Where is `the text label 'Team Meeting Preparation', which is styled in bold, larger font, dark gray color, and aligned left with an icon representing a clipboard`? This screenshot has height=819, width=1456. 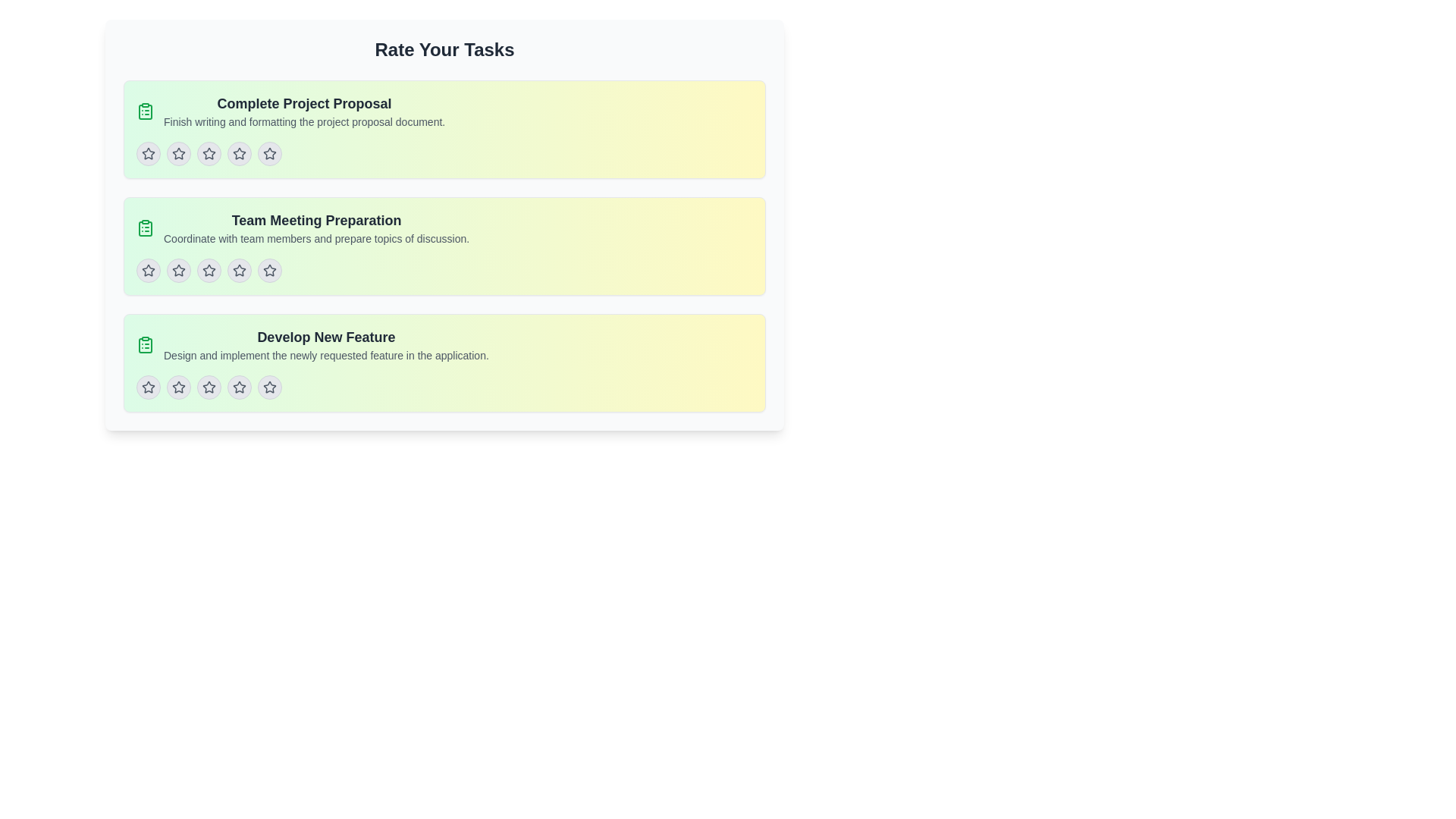 the text label 'Team Meeting Preparation', which is styled in bold, larger font, dark gray color, and aligned left with an icon representing a clipboard is located at coordinates (315, 220).